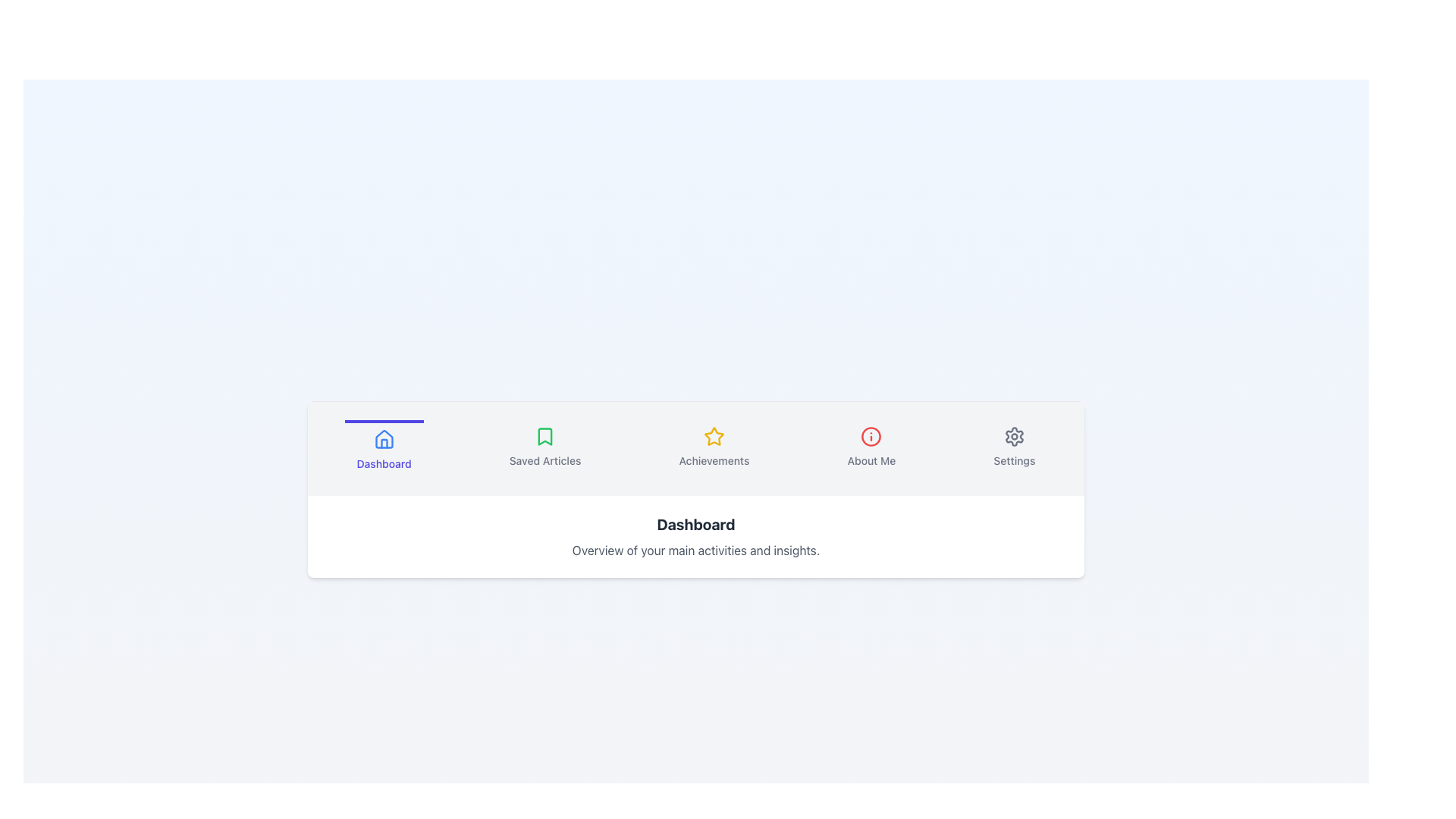 The width and height of the screenshot is (1456, 819). Describe the element at coordinates (871, 447) in the screenshot. I see `the navigation button labeled 'About Me', which is the fourth item in a horizontal menu` at that location.